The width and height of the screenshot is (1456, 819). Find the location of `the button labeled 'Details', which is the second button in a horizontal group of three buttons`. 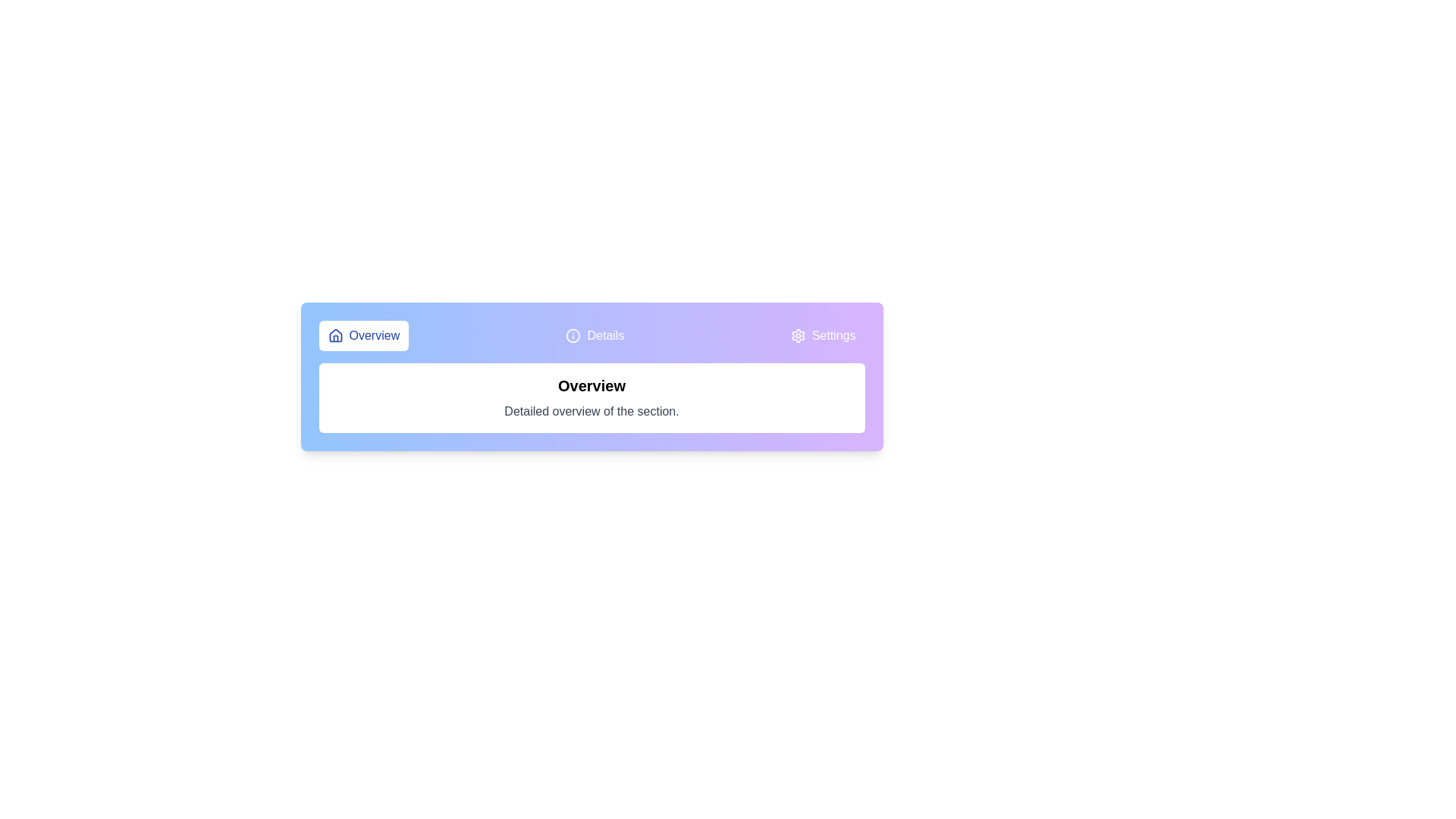

the button labeled 'Details', which is the second button in a horizontal group of three buttons is located at coordinates (594, 335).